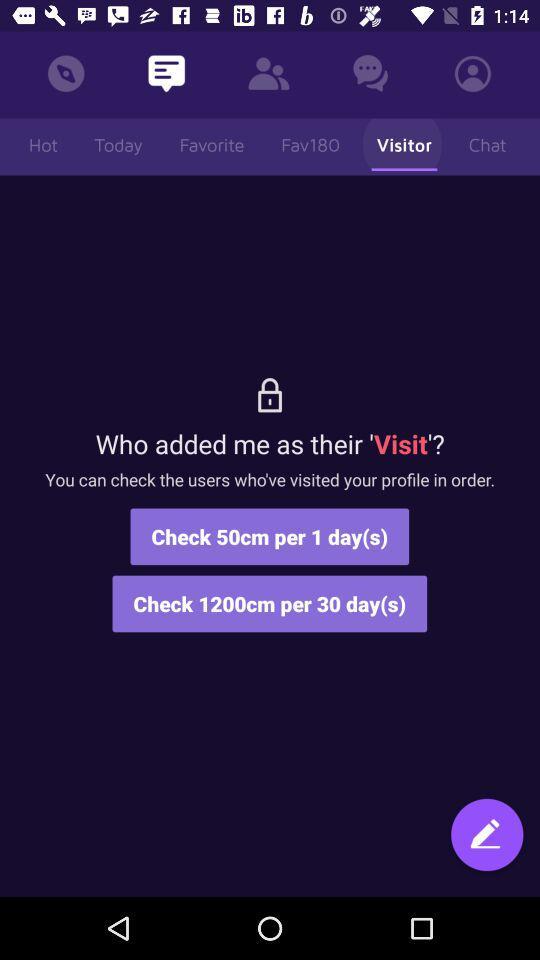 This screenshot has width=540, height=960. What do you see at coordinates (486, 843) in the screenshot?
I see `the edit icon` at bounding box center [486, 843].